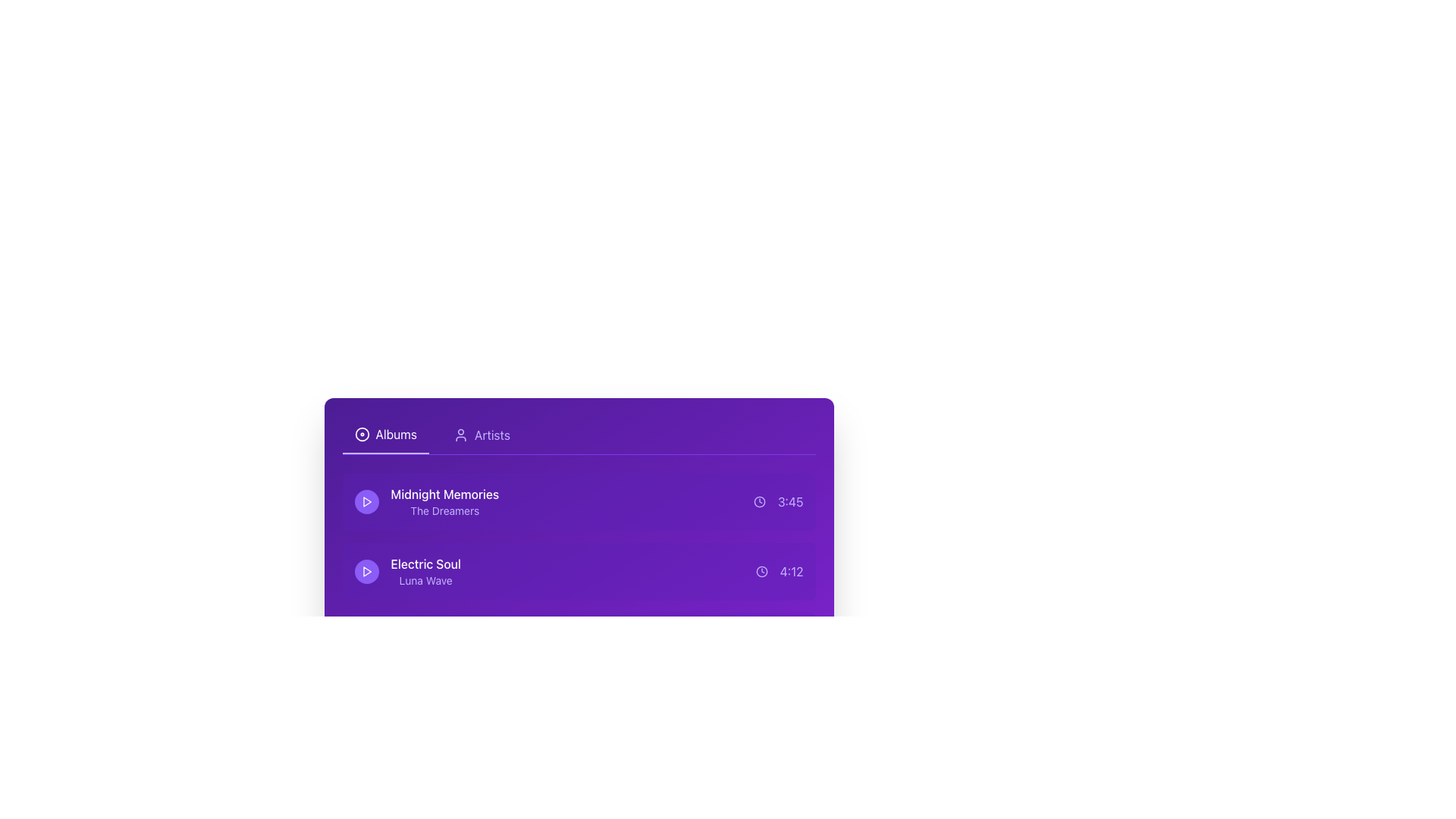 The height and width of the screenshot is (819, 1456). I want to click on the text label displaying 'Midnight Memories' and 'The Dreamers', positioned on a purple background and to the right of the play button icon, so click(425, 502).